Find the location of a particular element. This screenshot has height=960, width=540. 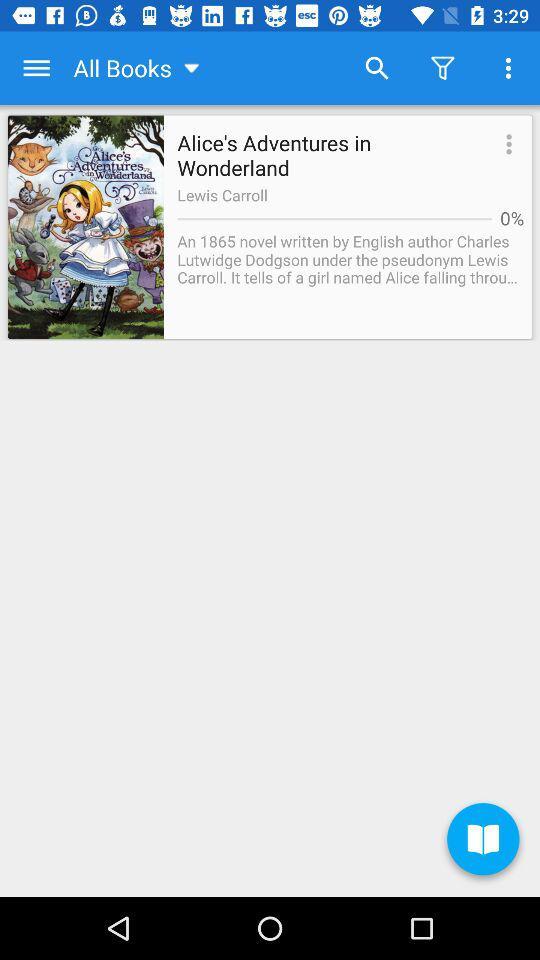

icon next to the all books icon is located at coordinates (377, 68).